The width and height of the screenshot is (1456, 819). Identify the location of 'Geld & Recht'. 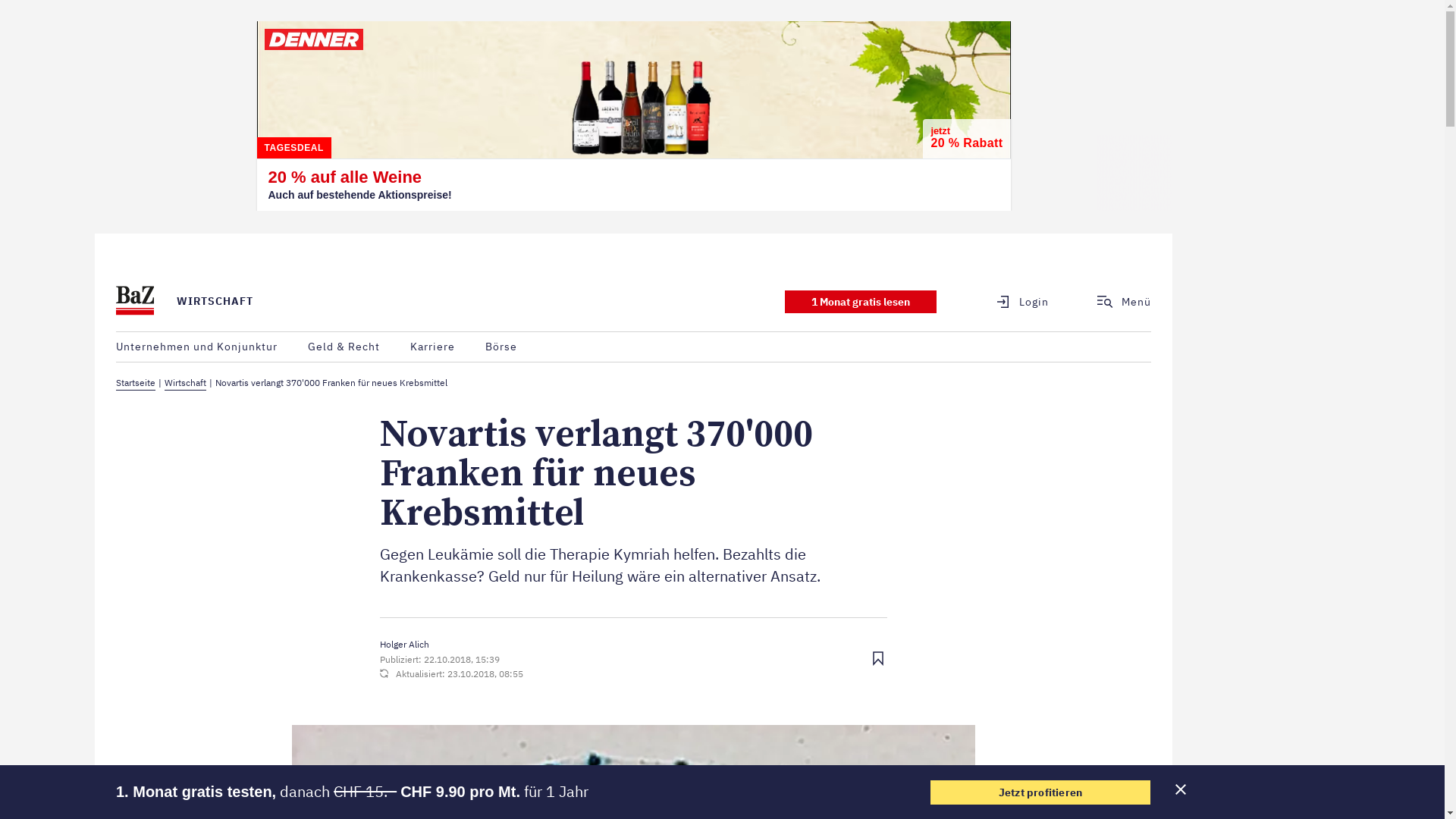
(307, 347).